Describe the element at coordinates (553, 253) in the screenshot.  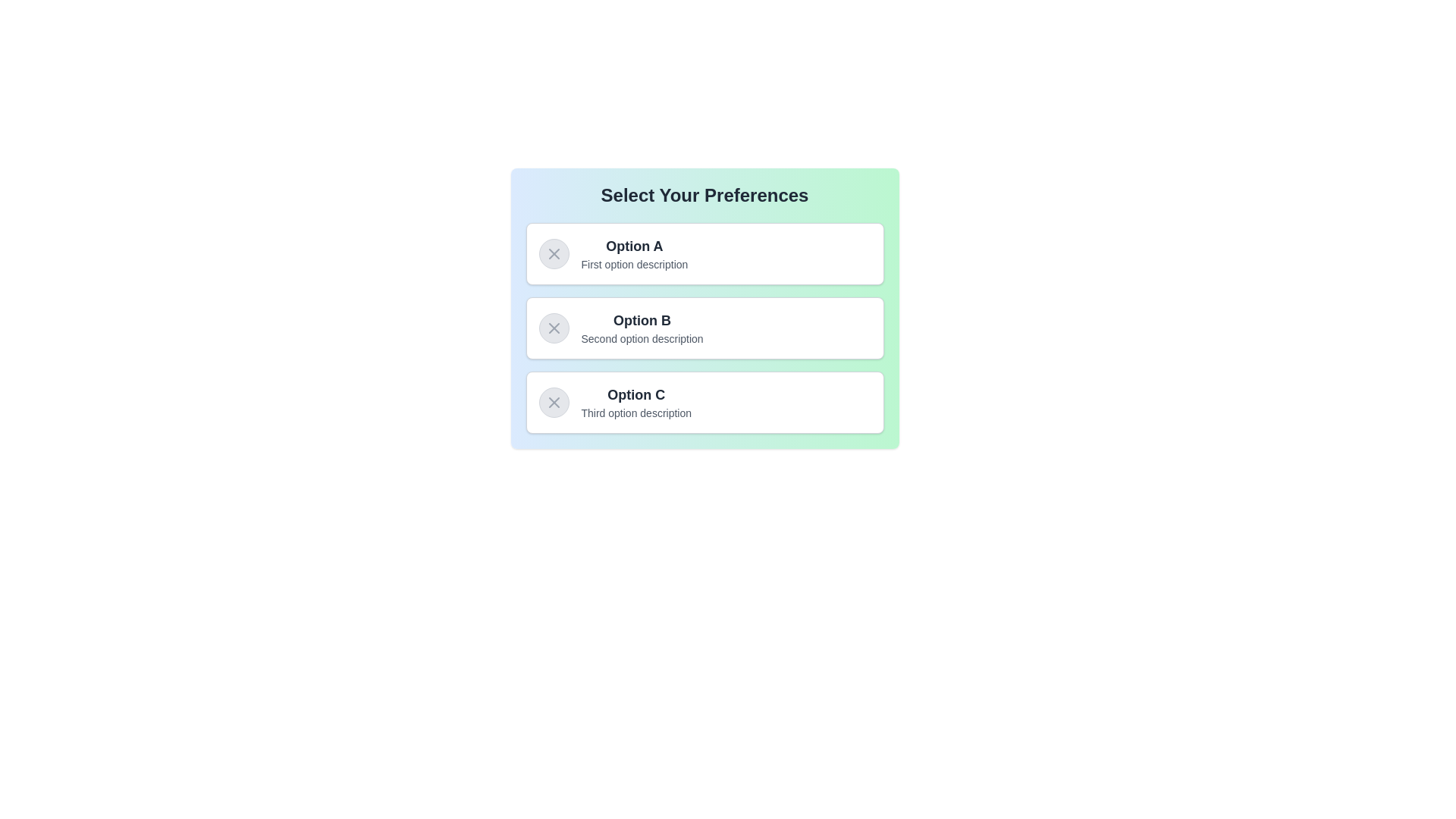
I see `the cross or 'X' icon to deselect or close 'Option A' in the options list` at that location.